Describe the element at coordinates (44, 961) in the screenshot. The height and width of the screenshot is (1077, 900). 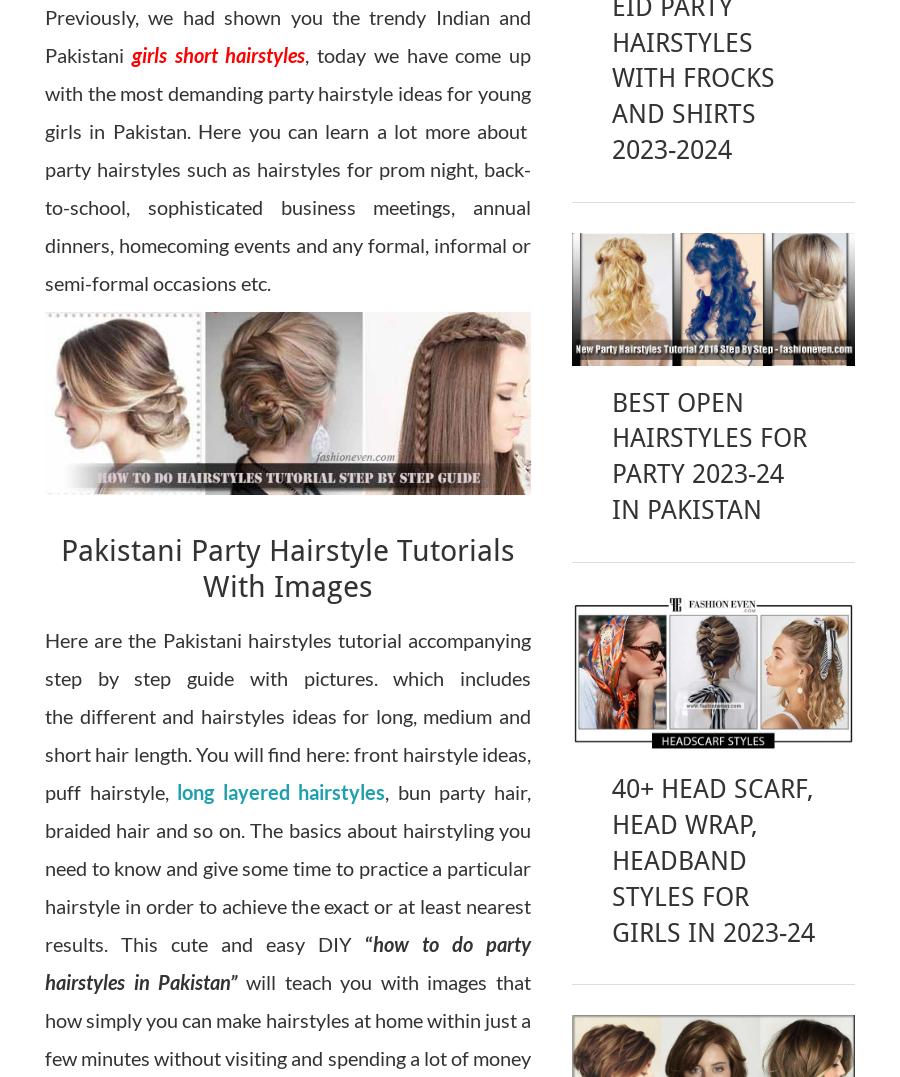
I see `'how to do party hairstyles in Pakistan”'` at that location.